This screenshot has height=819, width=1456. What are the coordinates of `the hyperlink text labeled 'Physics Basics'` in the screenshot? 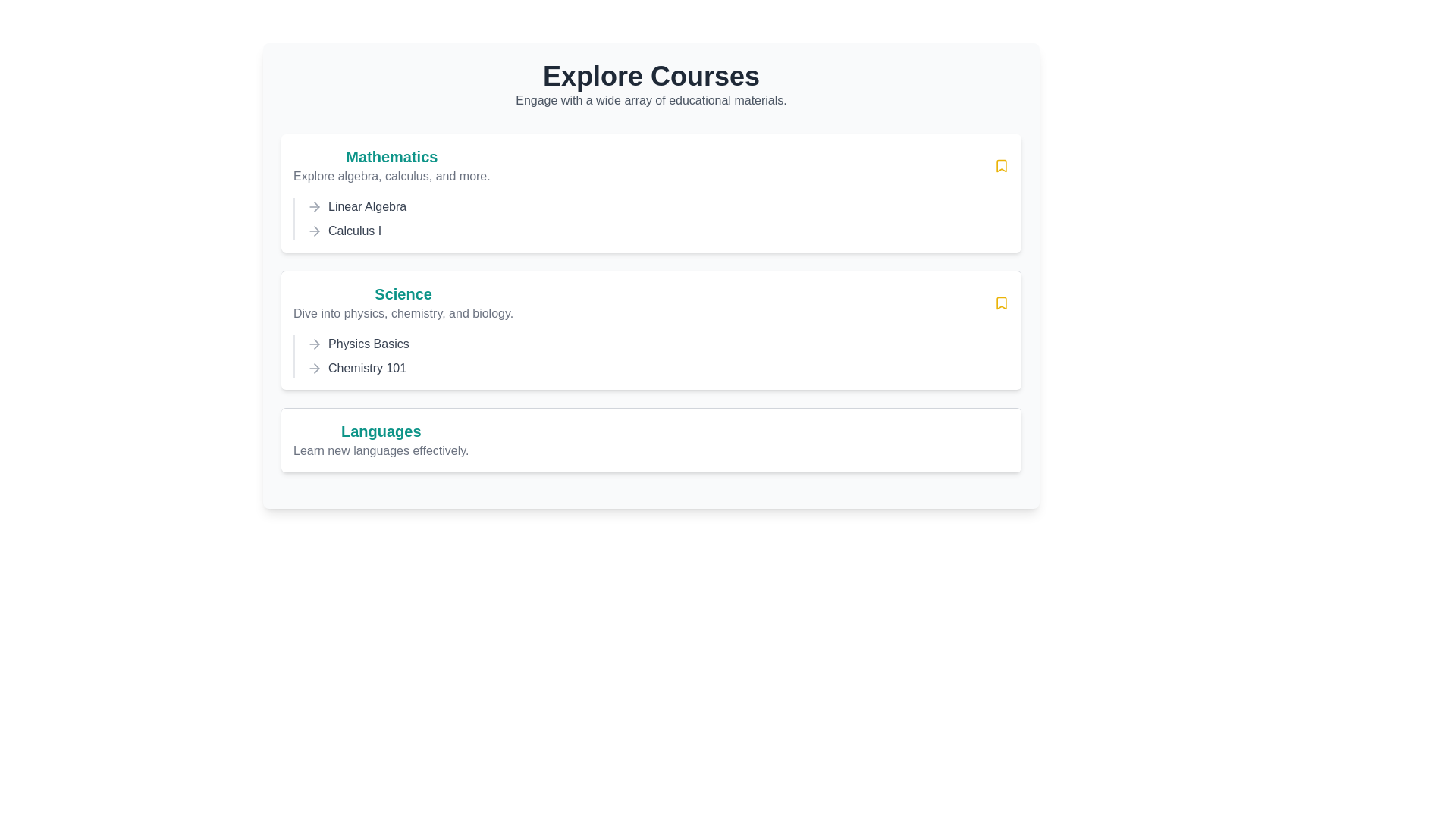 It's located at (369, 344).